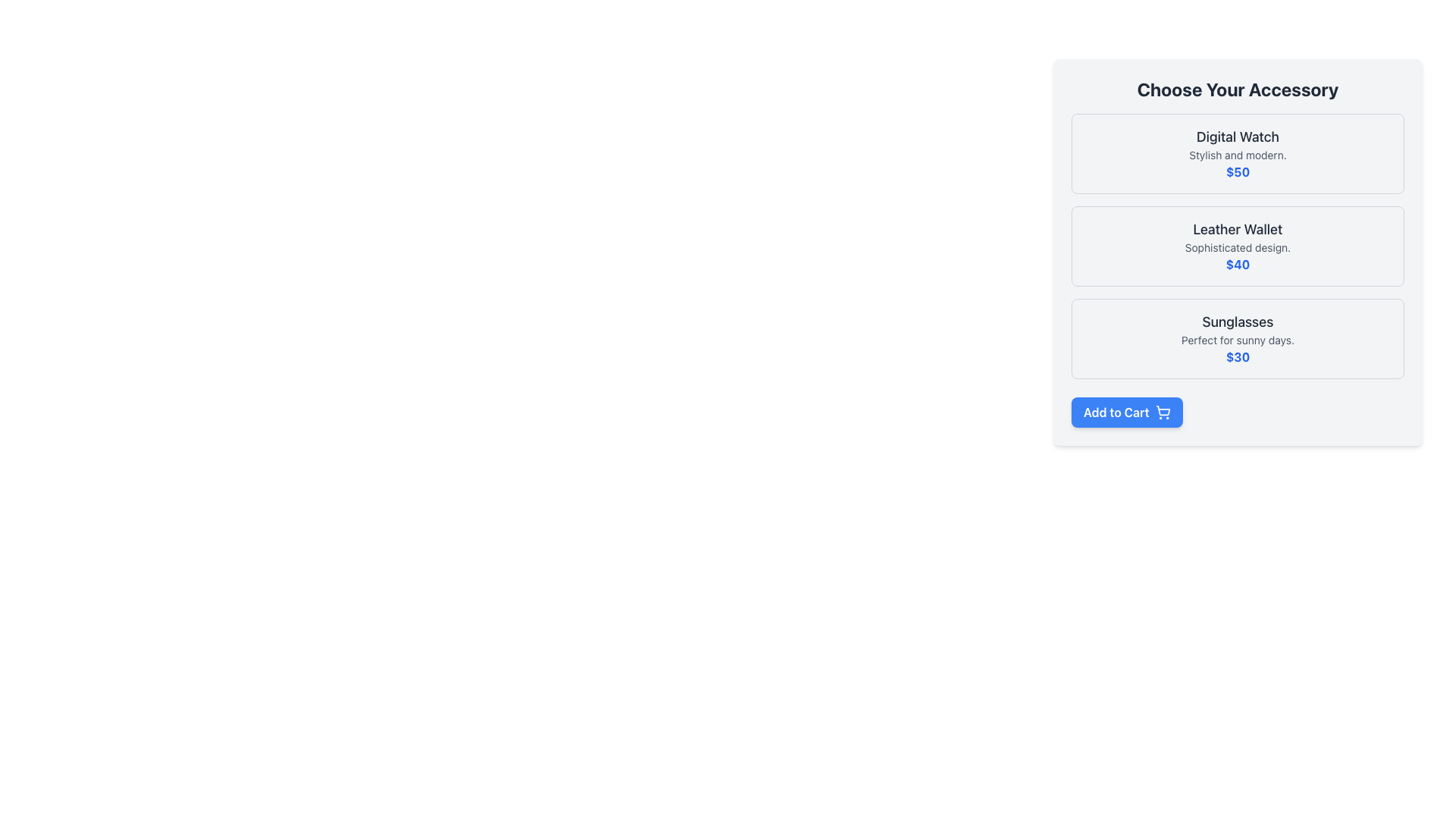 This screenshot has height=819, width=1456. Describe the element at coordinates (1238, 339) in the screenshot. I see `the text element displaying 'Perfect for sunny days.' which is located beneath the 'Sunglasses' text and above the price '$30'` at that location.